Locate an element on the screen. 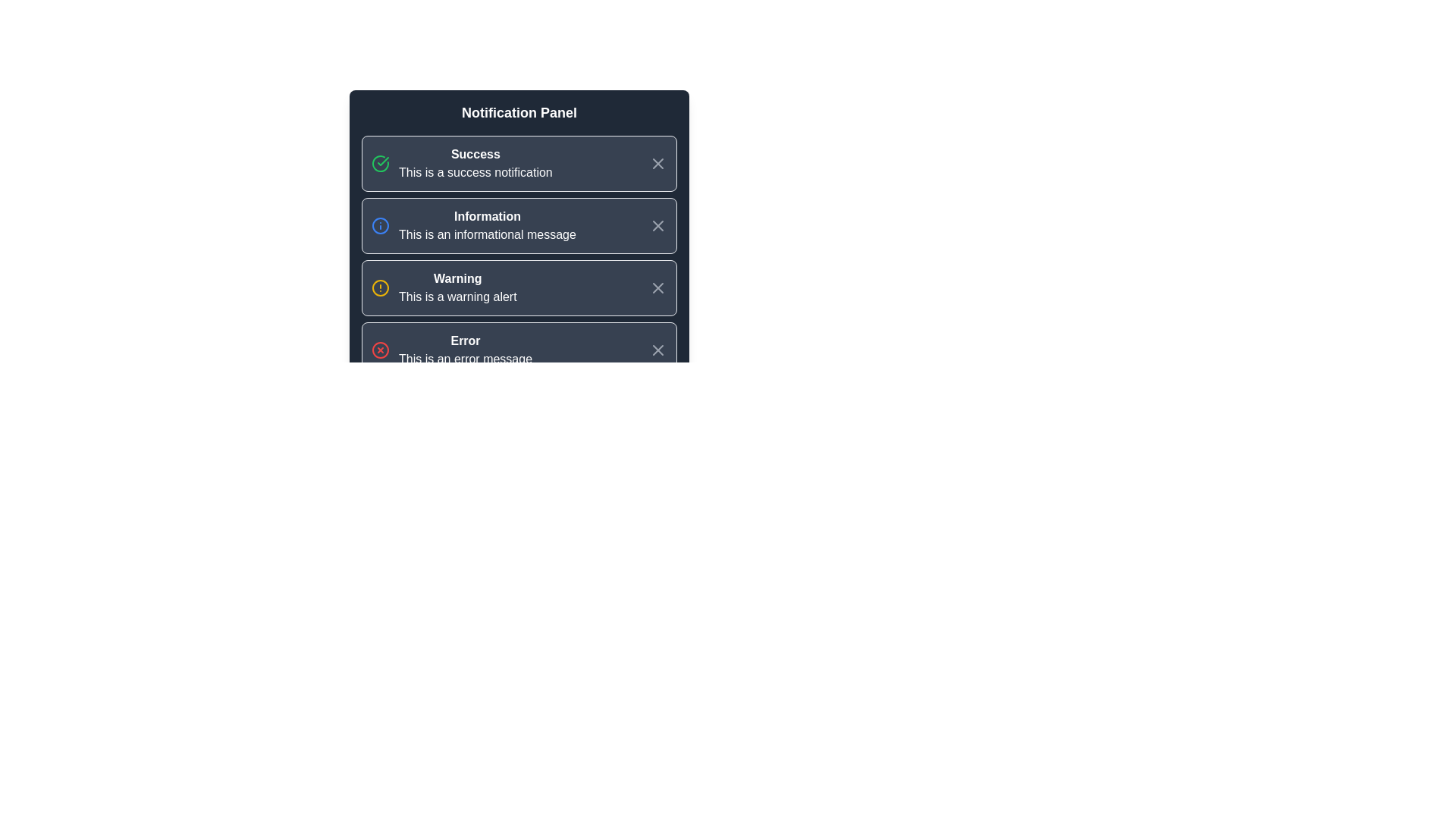 This screenshot has height=819, width=1456. the first informational notification item in the Notification Panel that conveys a success message to the user is located at coordinates (475, 164).